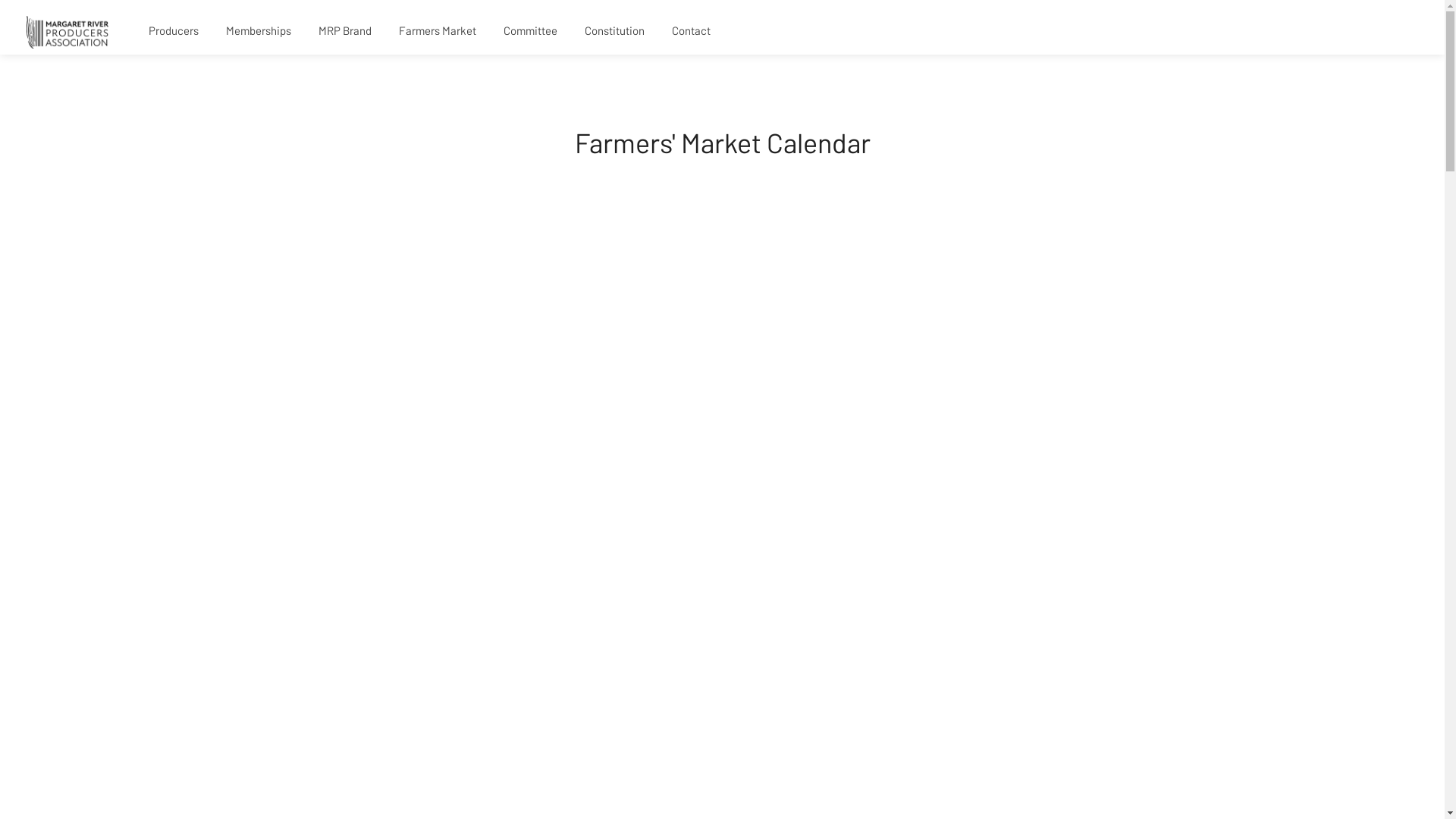  What do you see at coordinates (530, 31) in the screenshot?
I see `'Committee'` at bounding box center [530, 31].